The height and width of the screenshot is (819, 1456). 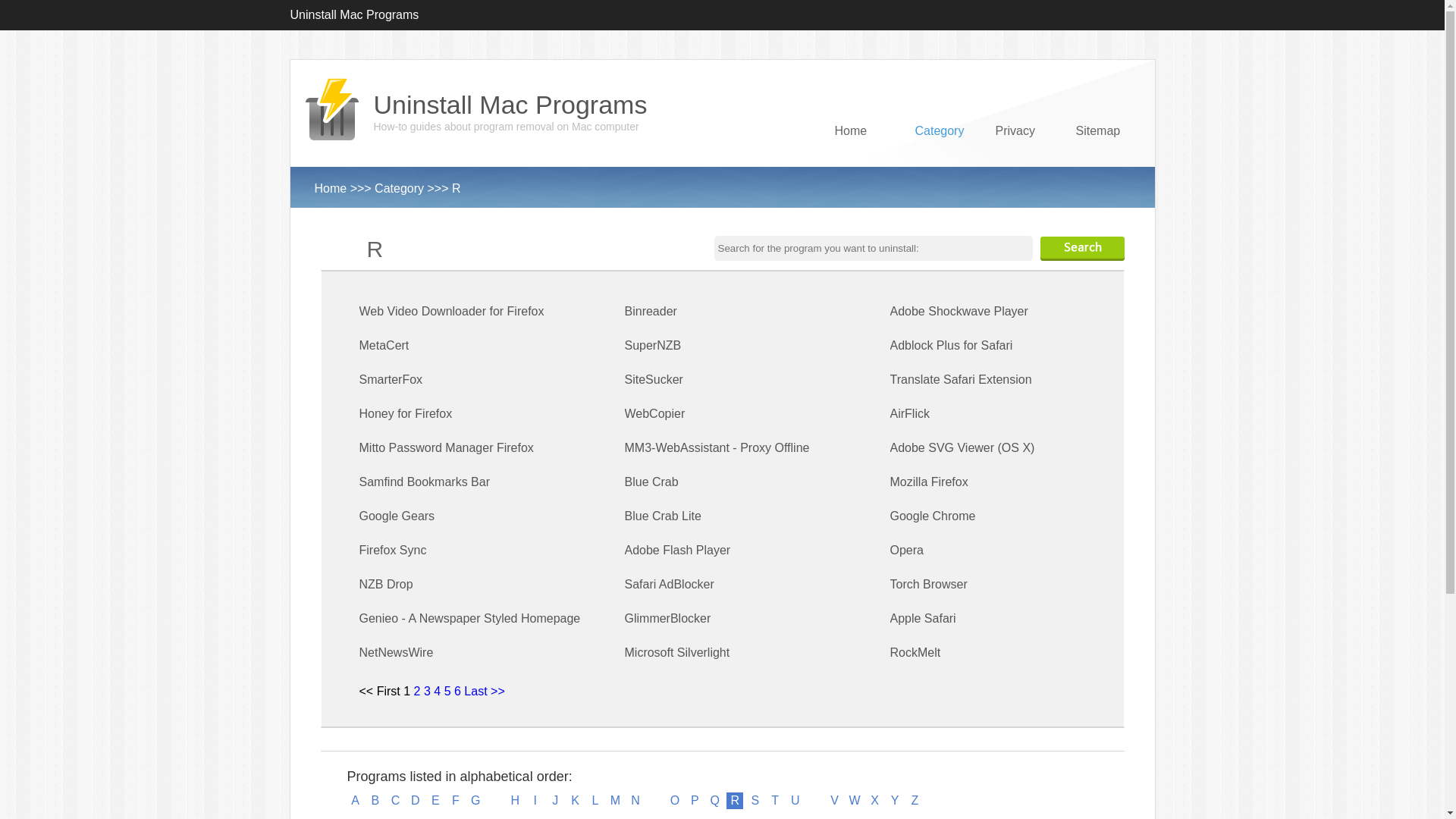 I want to click on 'WebCopier', so click(x=625, y=413).